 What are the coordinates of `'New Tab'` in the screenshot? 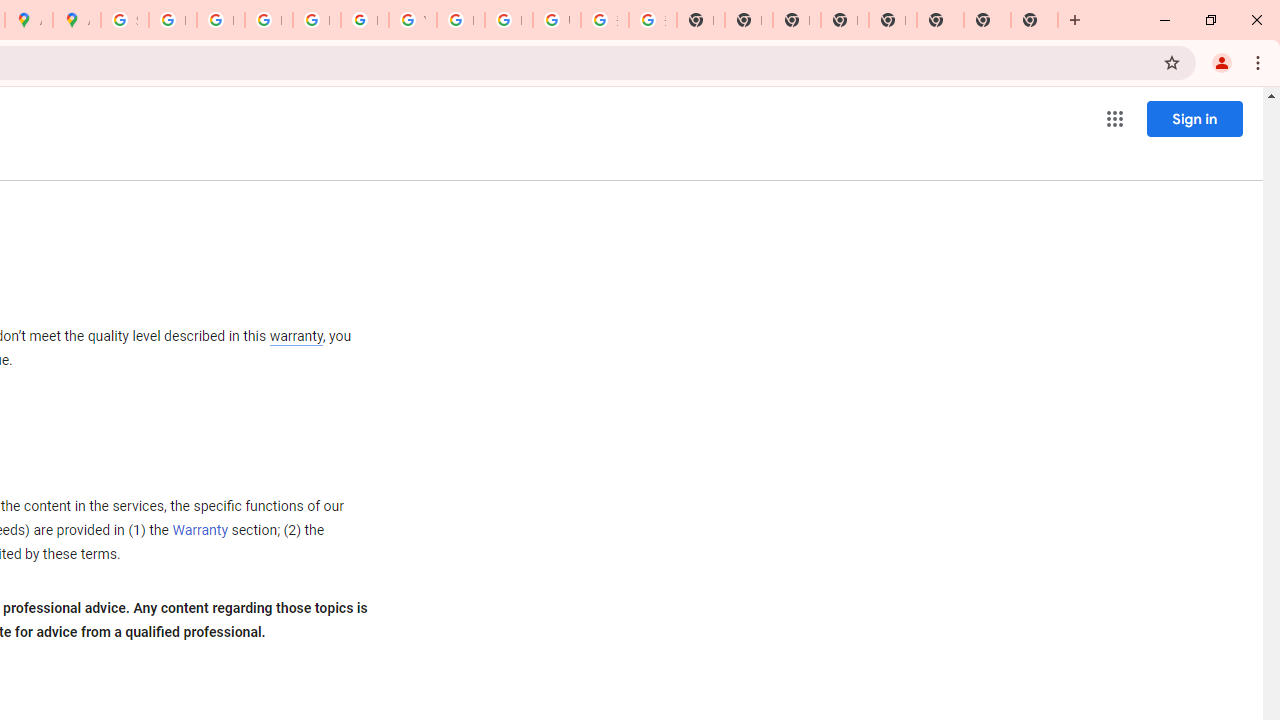 It's located at (1034, 20).